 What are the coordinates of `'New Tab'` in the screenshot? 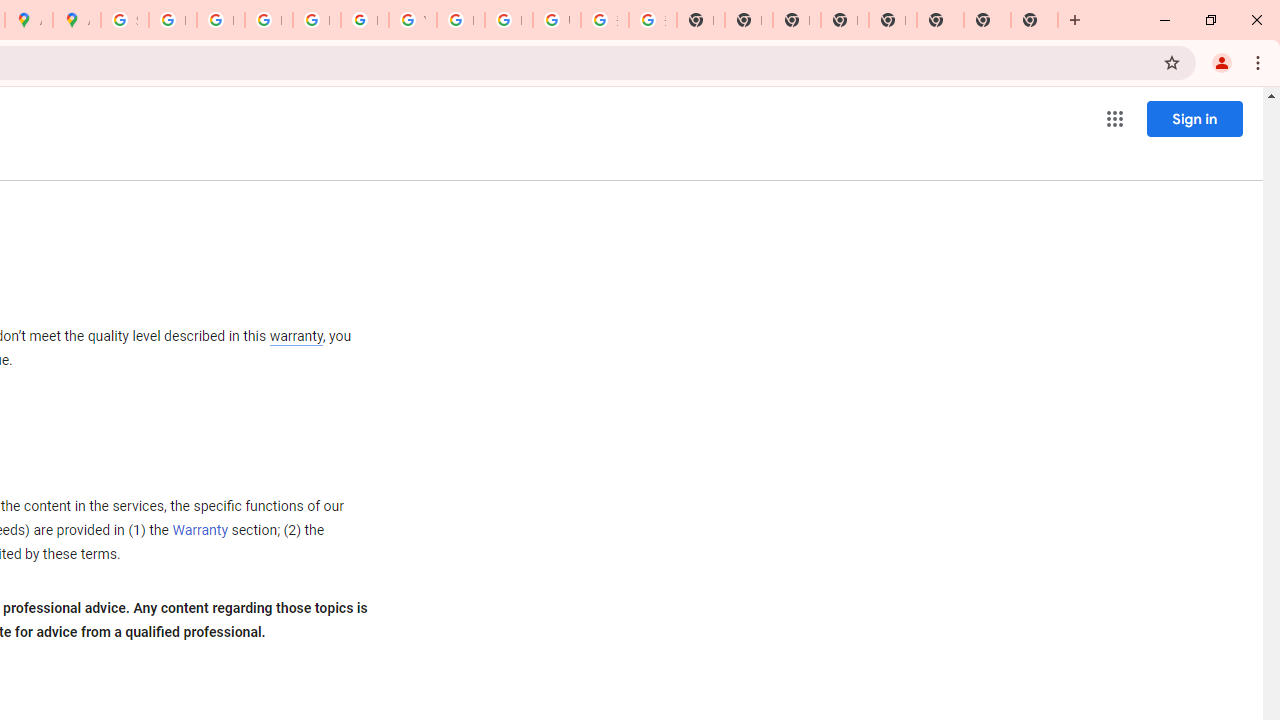 It's located at (1034, 20).